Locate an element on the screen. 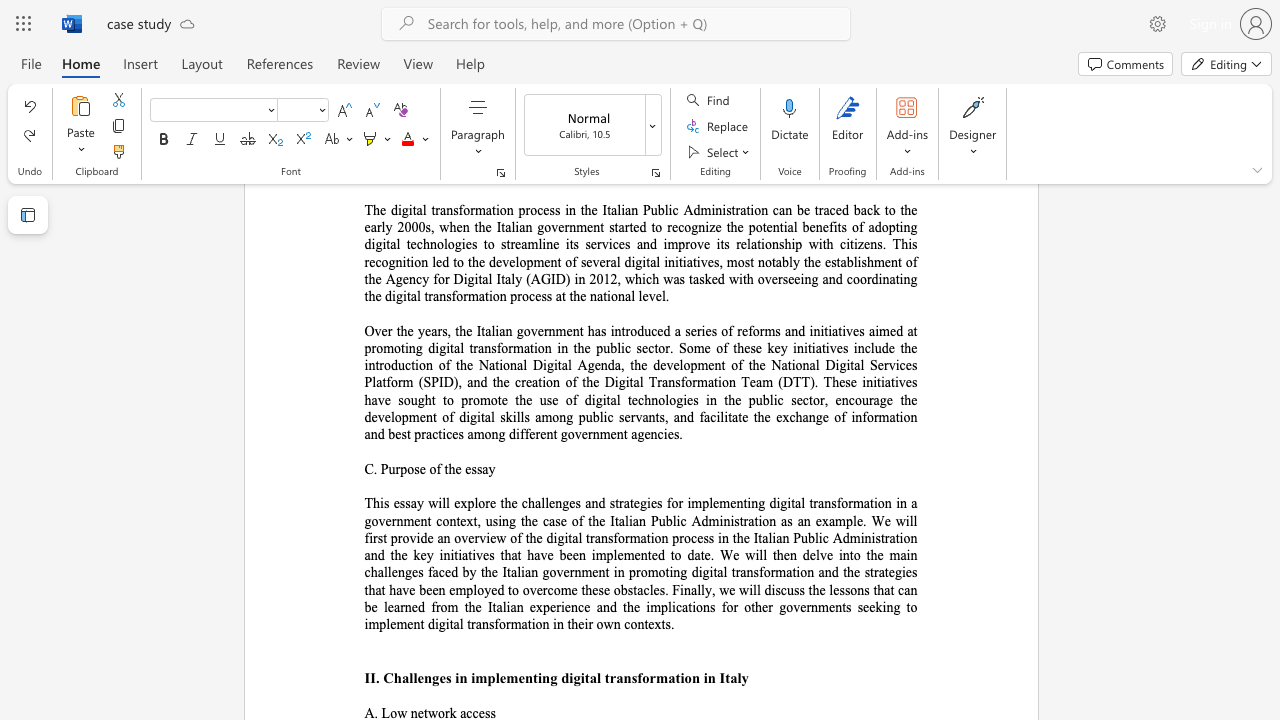 The height and width of the screenshot is (720, 1280). the subset text "formation i" within the text "overcome these obstacles. Finally, we will discuss the lessons that can be learned from the Italian experience and the implications for other governments seeking to implement digital transformation in their own contexts." is located at coordinates (494, 623).